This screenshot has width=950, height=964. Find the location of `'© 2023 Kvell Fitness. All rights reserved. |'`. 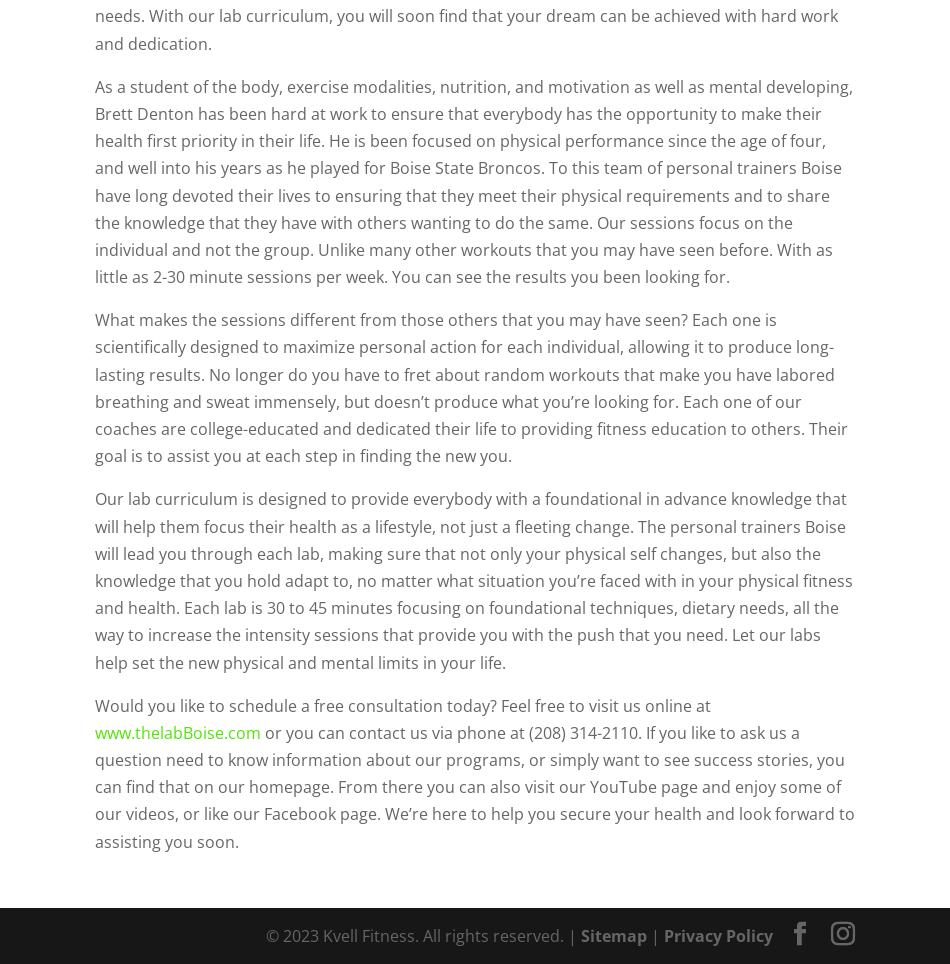

'© 2023 Kvell Fitness. All rights reserved. |' is located at coordinates (422, 934).